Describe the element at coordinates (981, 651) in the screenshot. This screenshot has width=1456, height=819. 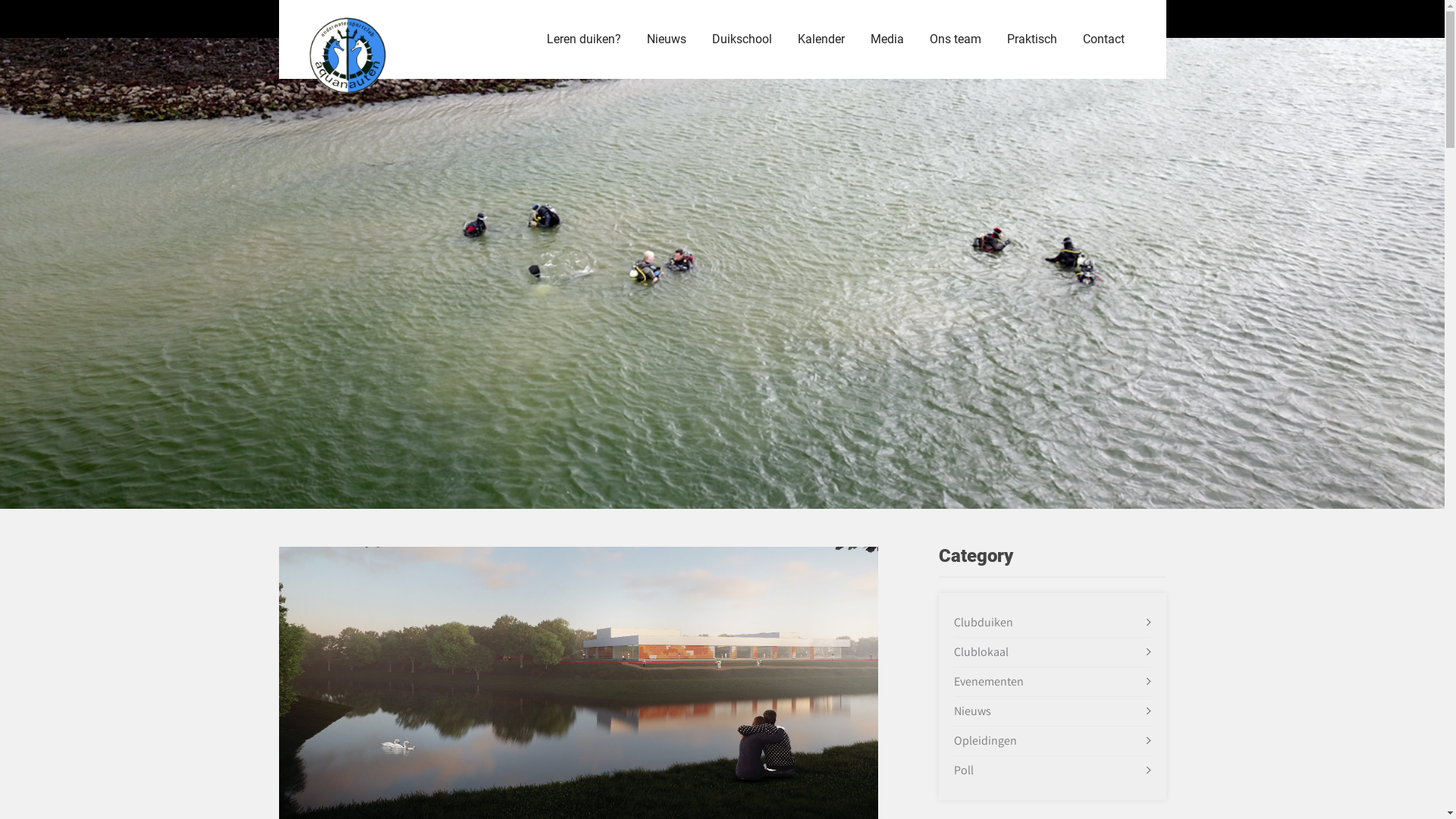
I see `'Clublokaal'` at that location.